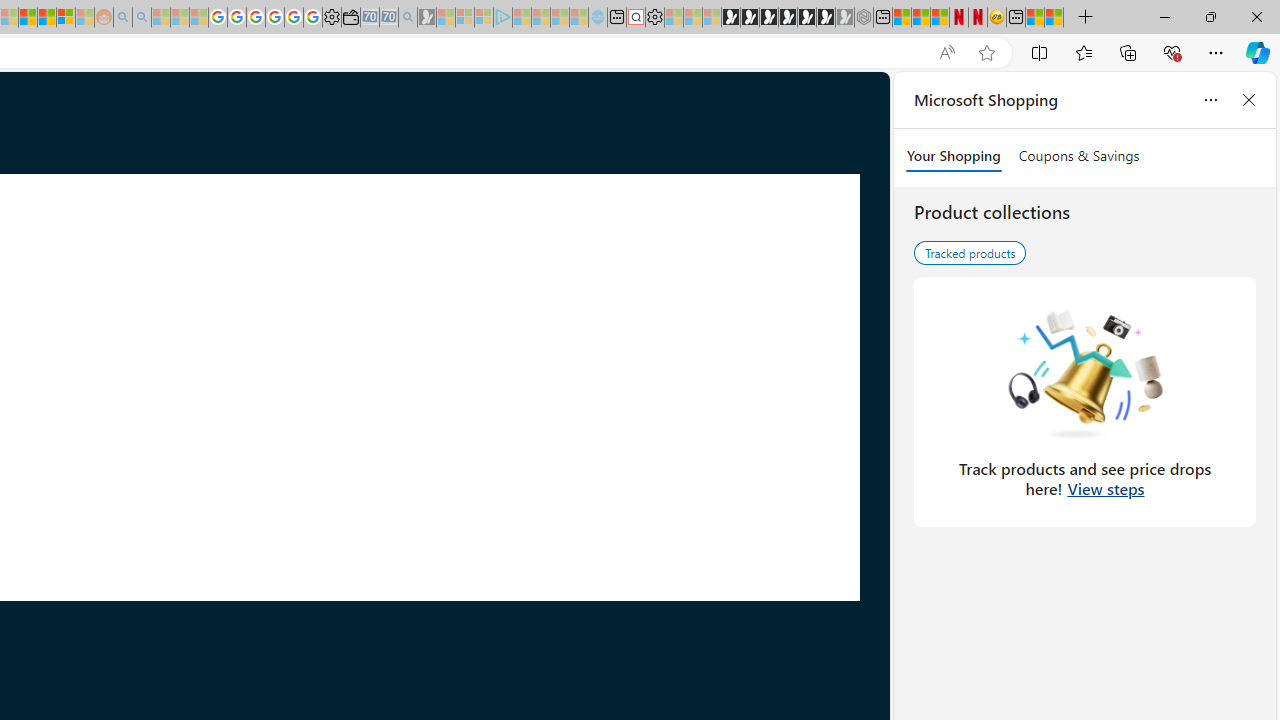 The height and width of the screenshot is (720, 1280). Describe the element at coordinates (768, 17) in the screenshot. I see `'Play Cave FRVR in your browser | Games from Microsoft Start'` at that location.